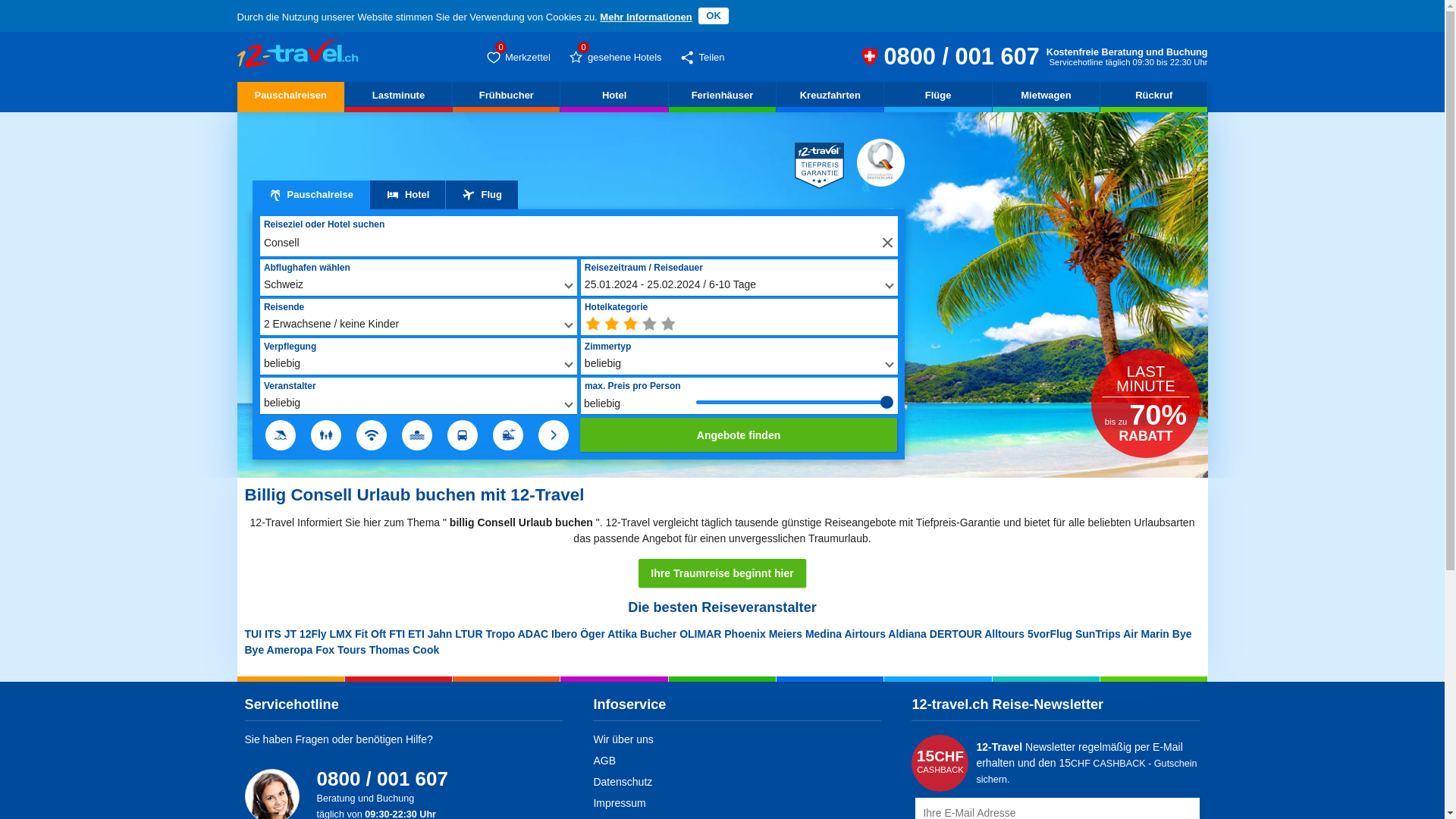 The image size is (1456, 819). I want to click on 'Thomas Cook', so click(369, 648).